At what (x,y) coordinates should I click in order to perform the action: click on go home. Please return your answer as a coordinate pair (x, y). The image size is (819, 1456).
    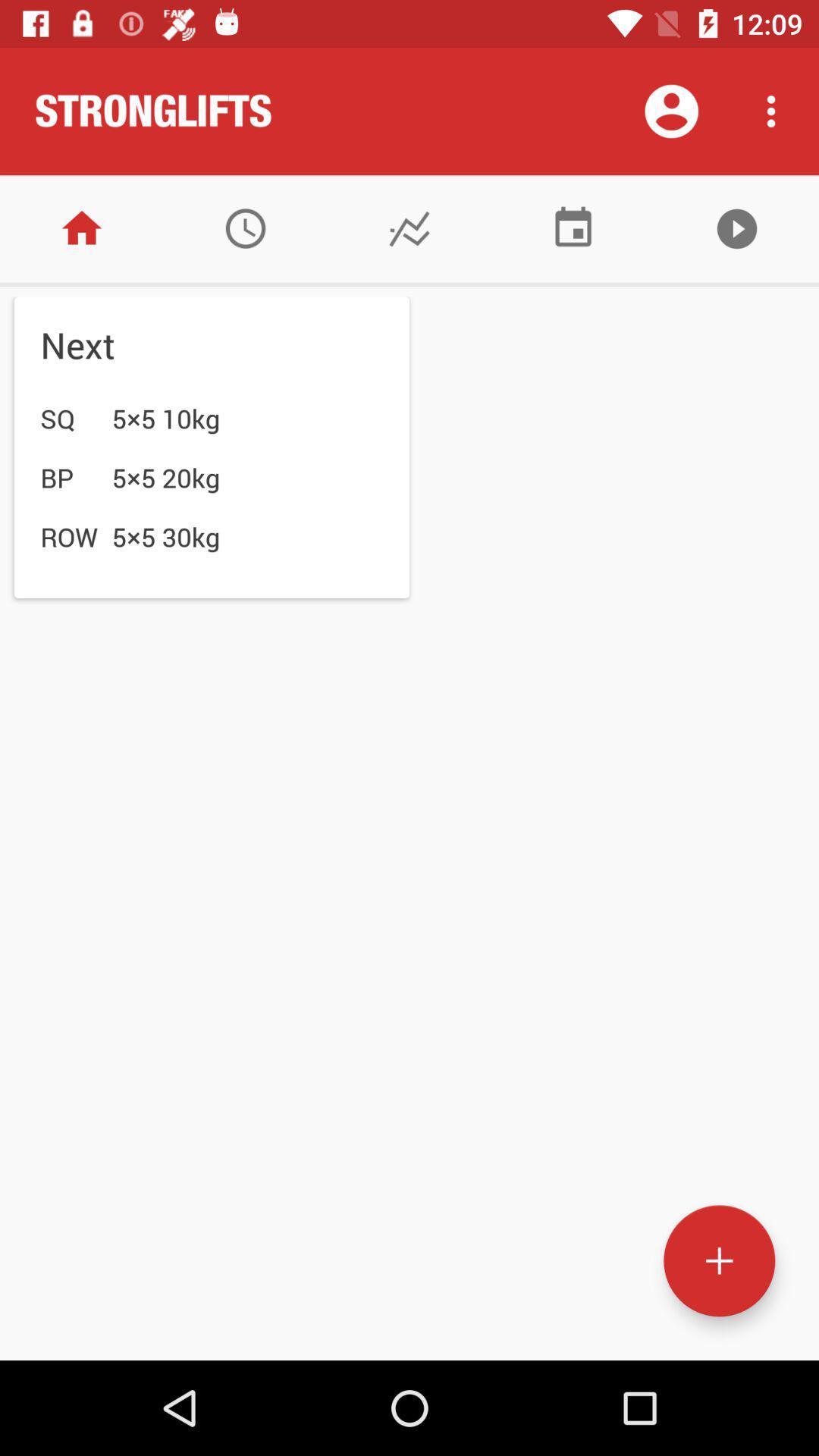
    Looking at the image, I should click on (82, 227).